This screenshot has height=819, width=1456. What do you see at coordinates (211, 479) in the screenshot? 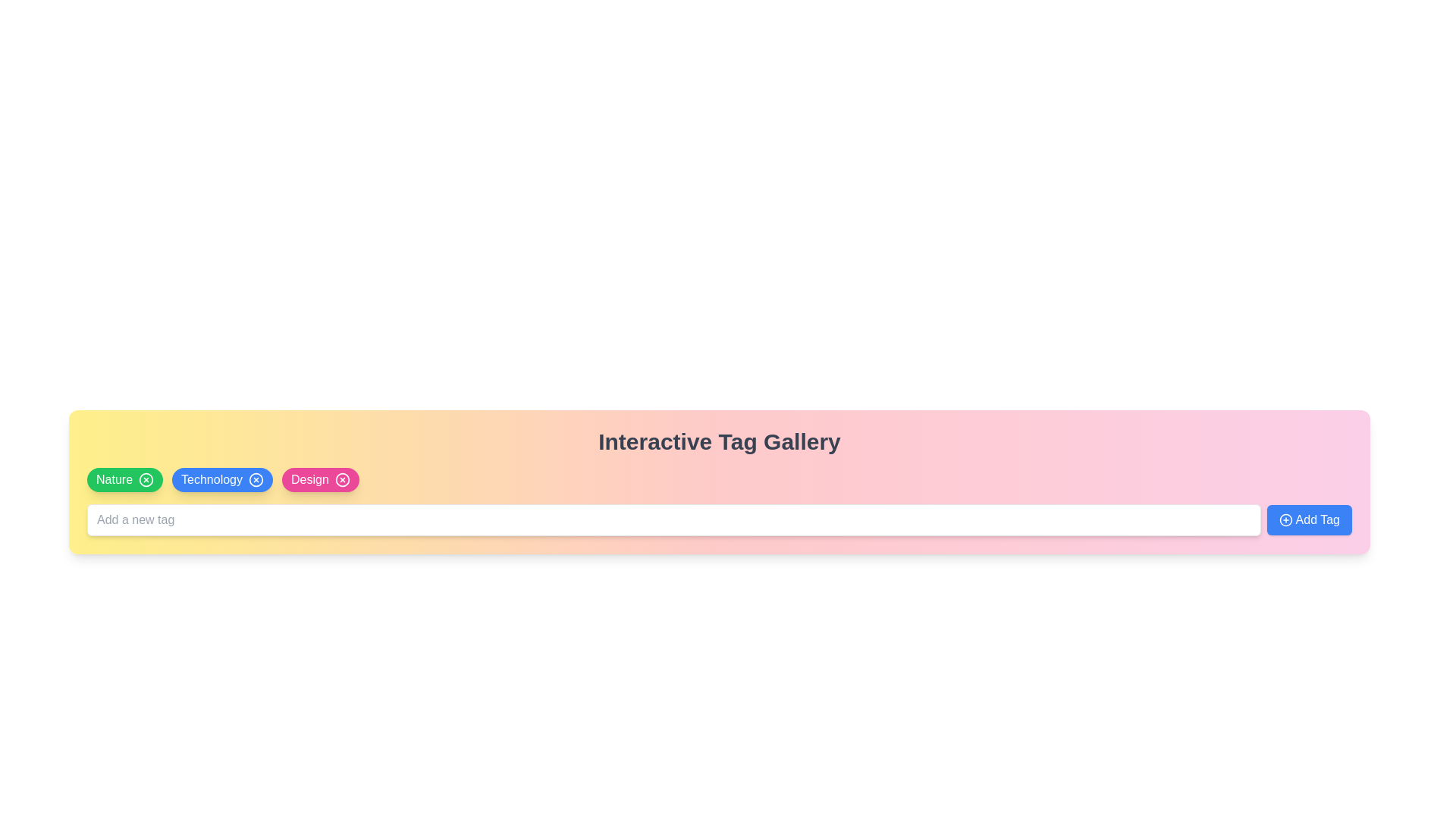
I see `the 'Technology' button, which is a pill-shaped button with a blue background and white text, located between the 'Nature' and 'Design' buttons at the top section of the UI panel` at bounding box center [211, 479].